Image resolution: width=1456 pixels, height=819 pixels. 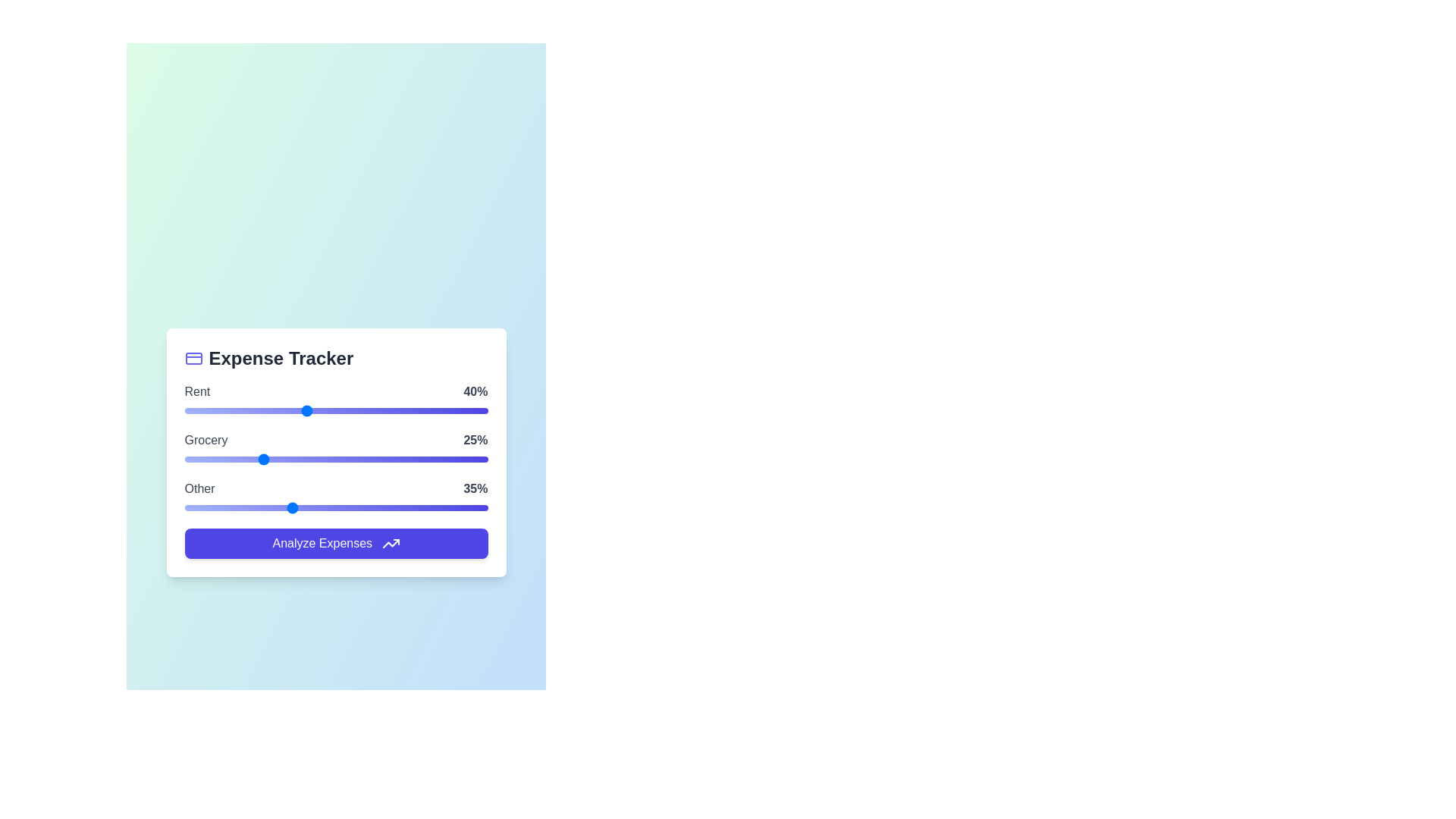 I want to click on the 'Grocery' slider to 69%, so click(x=394, y=458).